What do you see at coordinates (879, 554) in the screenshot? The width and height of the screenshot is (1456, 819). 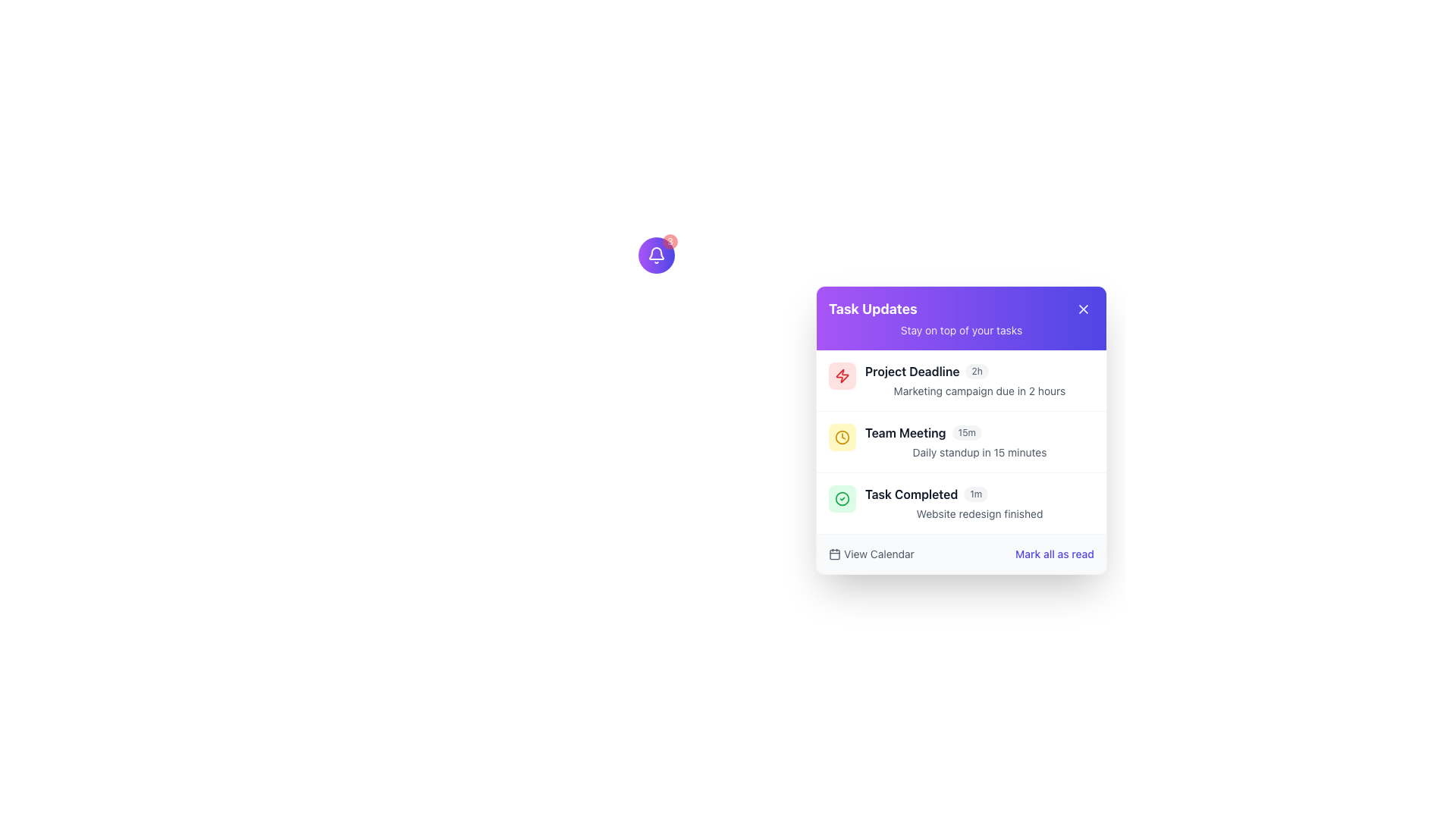 I see `the text link located in the bottom-left corner of the task notification panel` at bounding box center [879, 554].